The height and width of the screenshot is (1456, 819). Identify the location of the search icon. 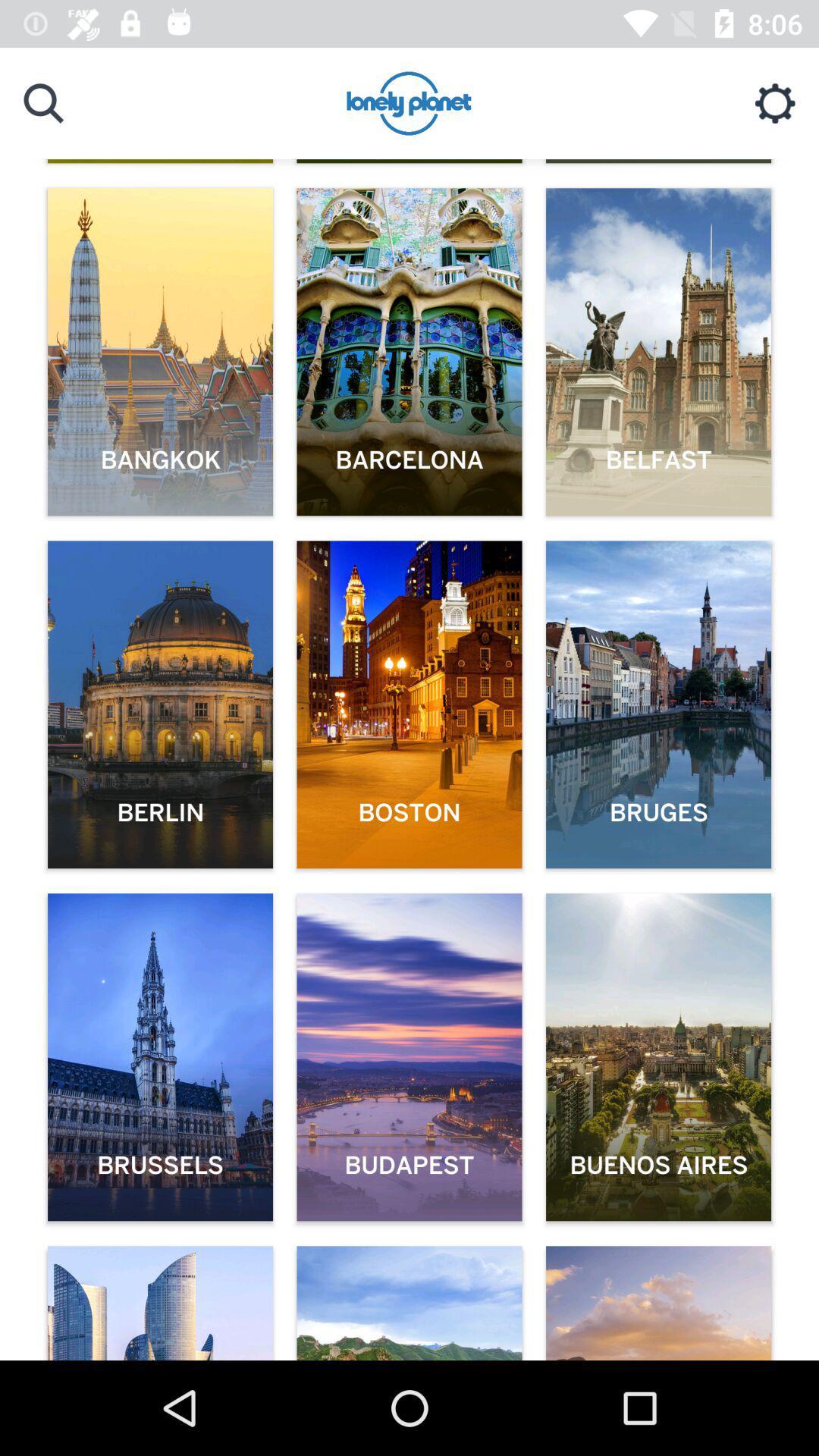
(42, 102).